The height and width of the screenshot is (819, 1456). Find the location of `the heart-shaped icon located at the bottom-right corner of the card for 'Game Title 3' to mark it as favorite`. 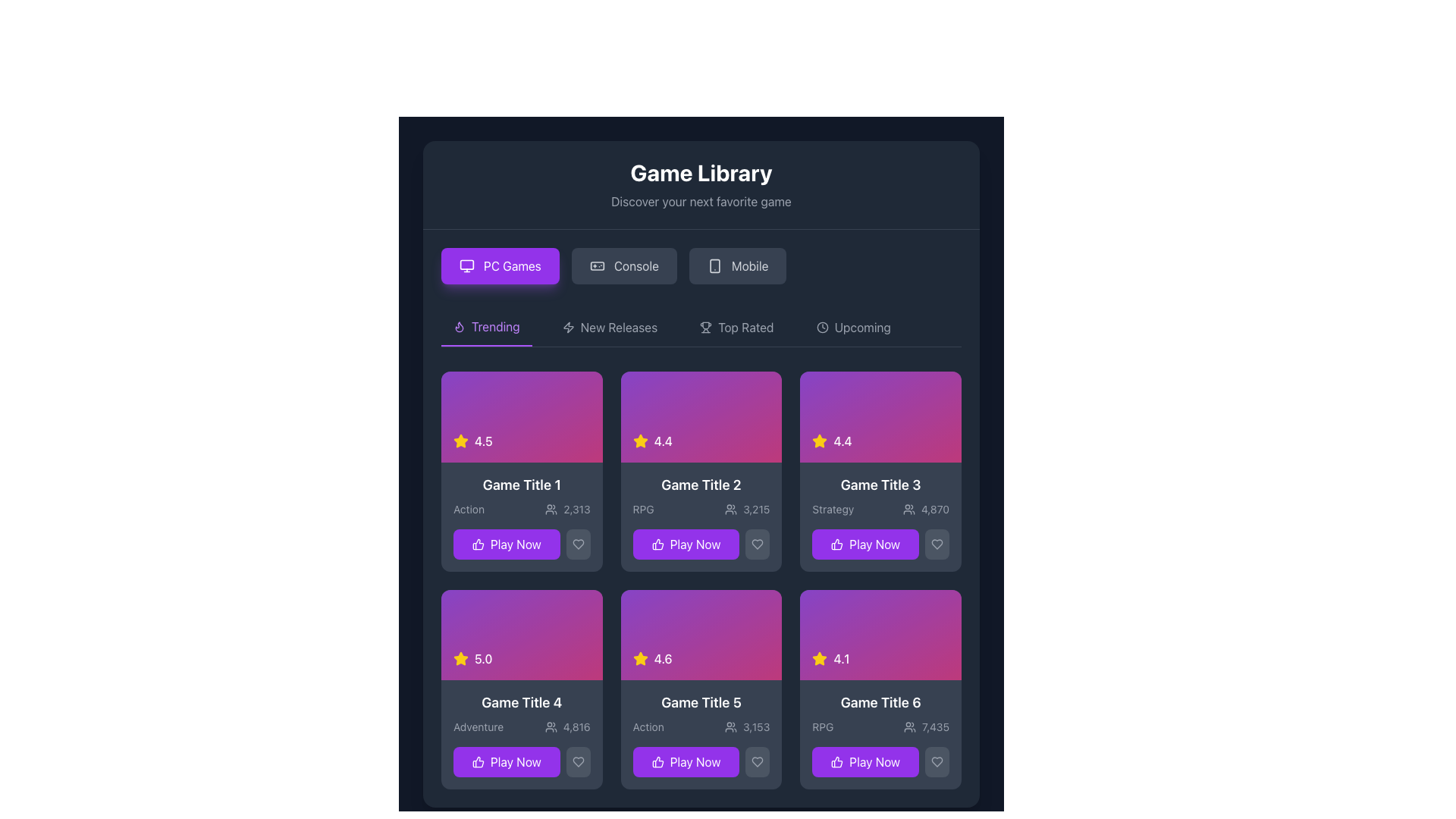

the heart-shaped icon located at the bottom-right corner of the card for 'Game Title 3' to mark it as favorite is located at coordinates (937, 543).